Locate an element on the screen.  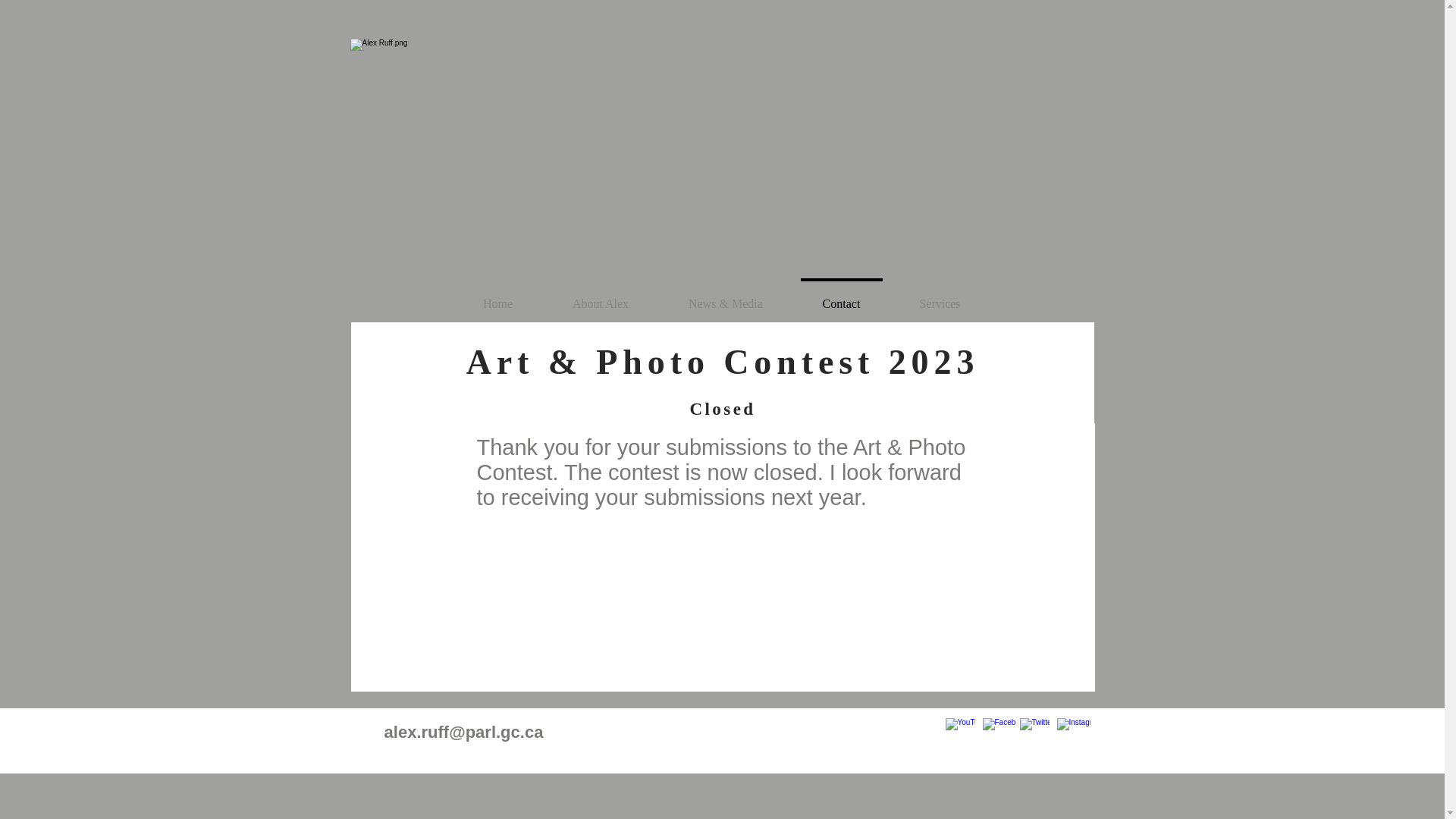
'Home' is located at coordinates (498, 297).